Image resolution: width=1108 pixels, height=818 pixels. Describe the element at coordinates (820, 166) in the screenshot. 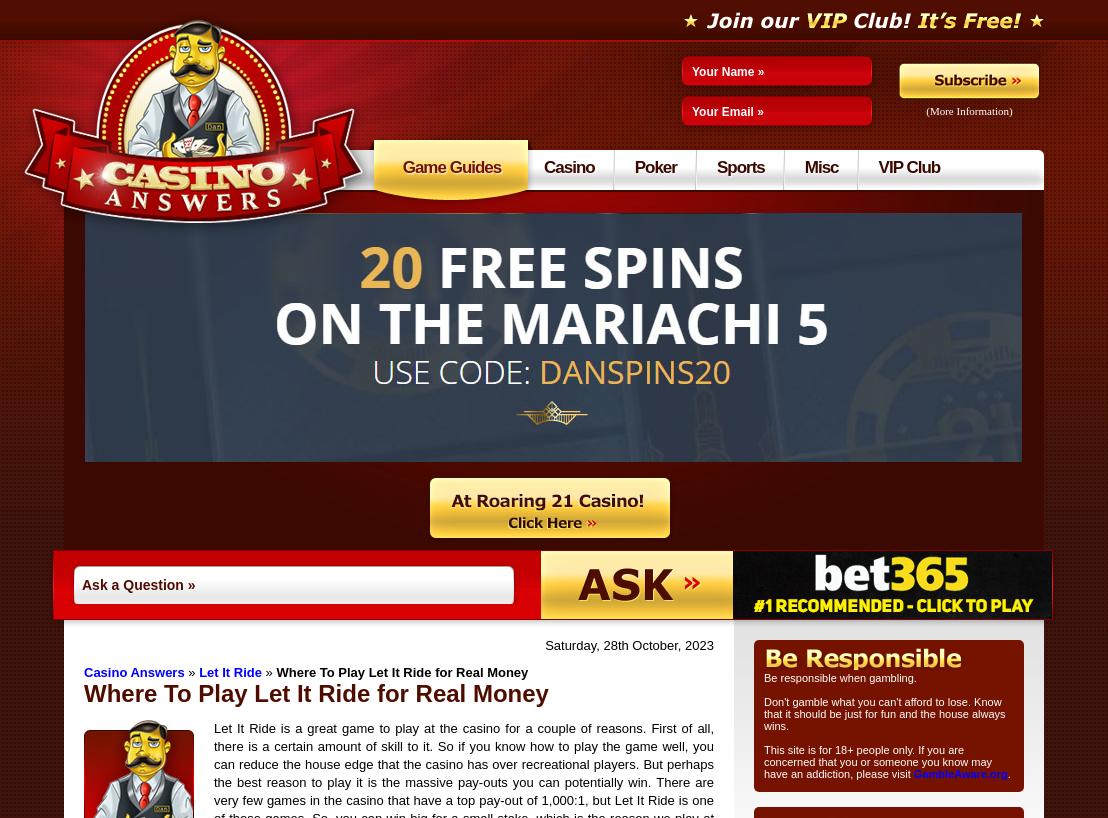

I see `'Misc'` at that location.